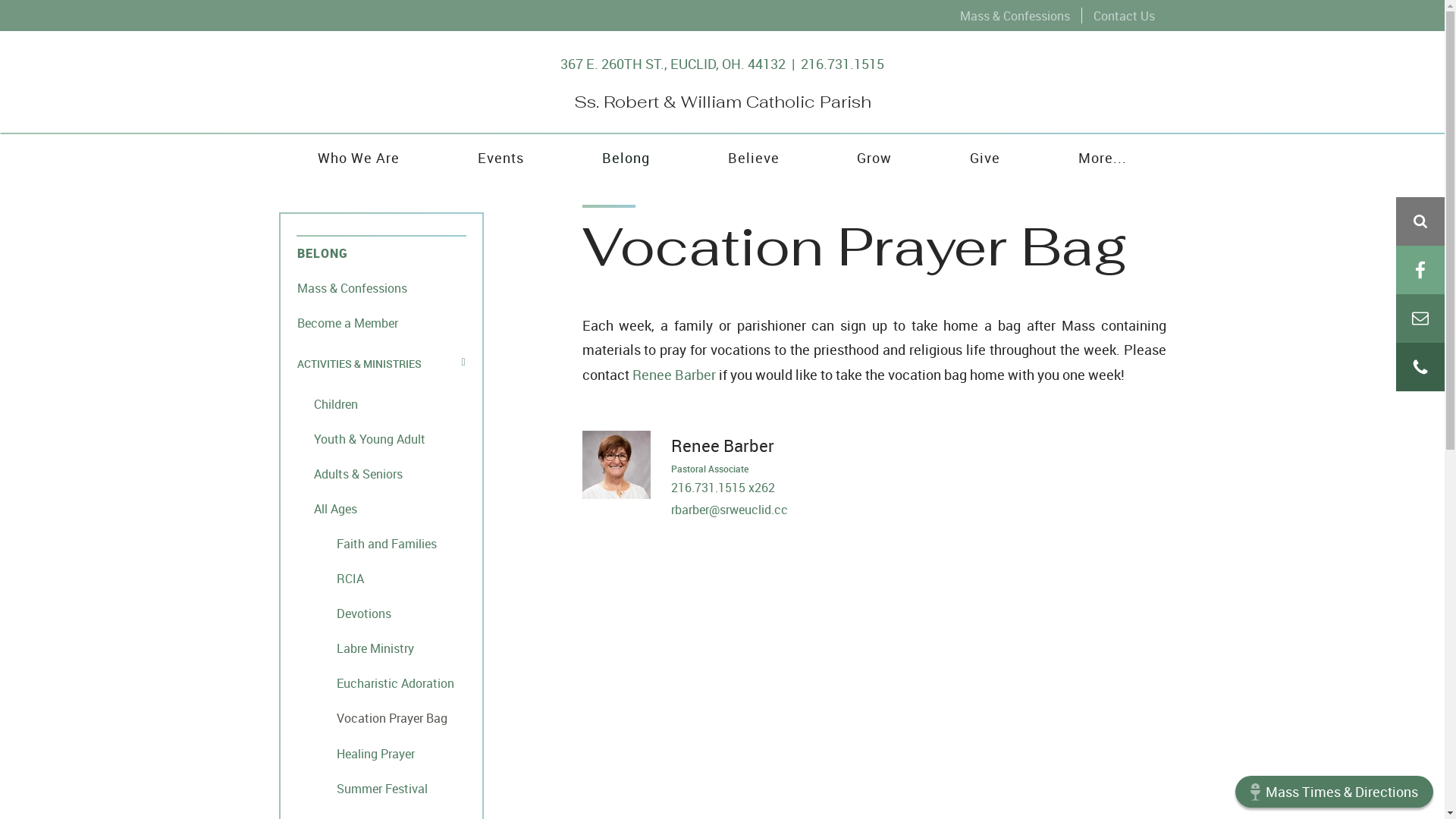 The width and height of the screenshot is (1456, 819). Describe the element at coordinates (626, 157) in the screenshot. I see `'Belong'` at that location.